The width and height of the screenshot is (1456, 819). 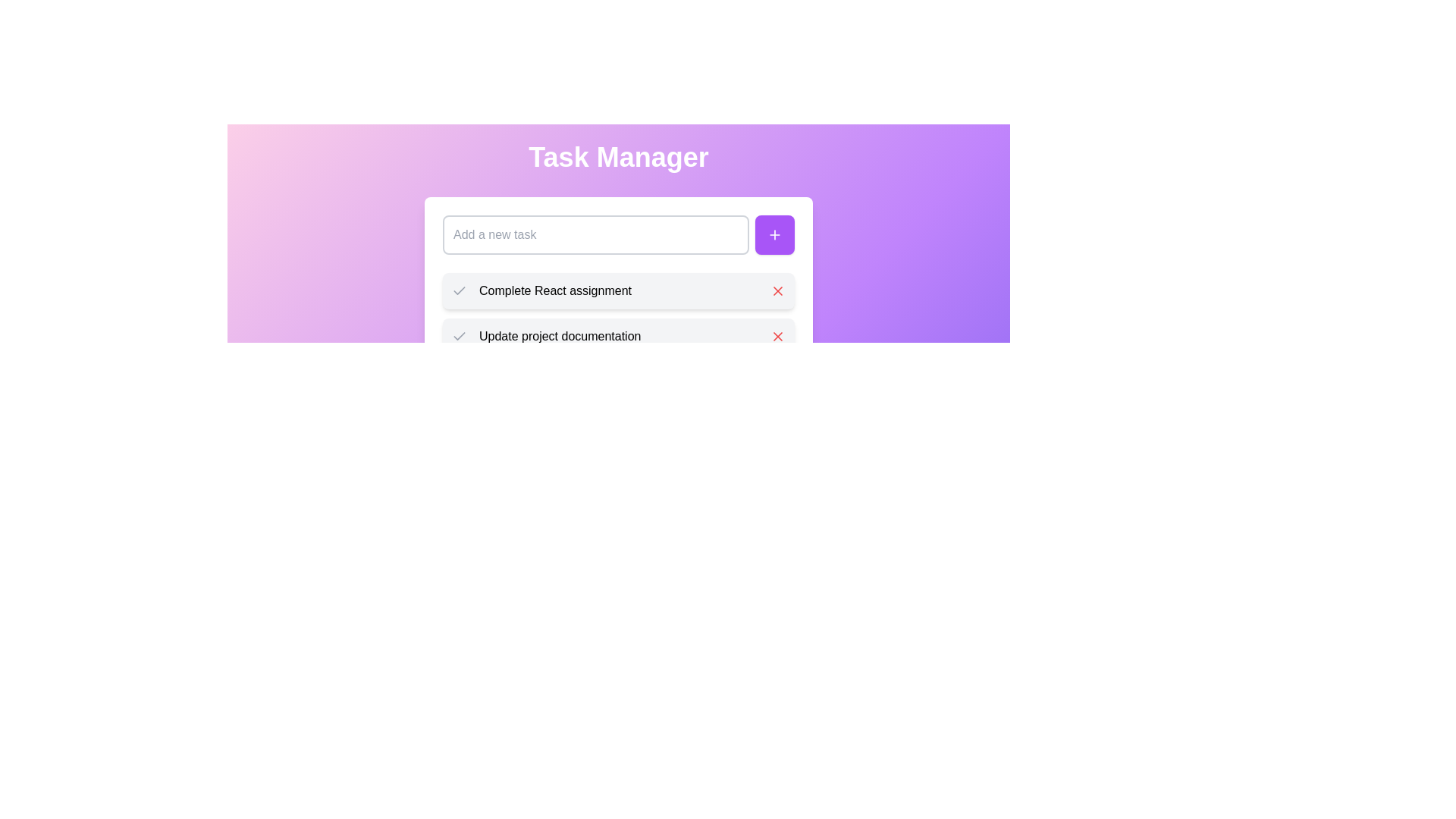 I want to click on the first 'X' icon in the task list next to the task titled 'Complete React assignment' for interaction purposes, so click(x=778, y=291).